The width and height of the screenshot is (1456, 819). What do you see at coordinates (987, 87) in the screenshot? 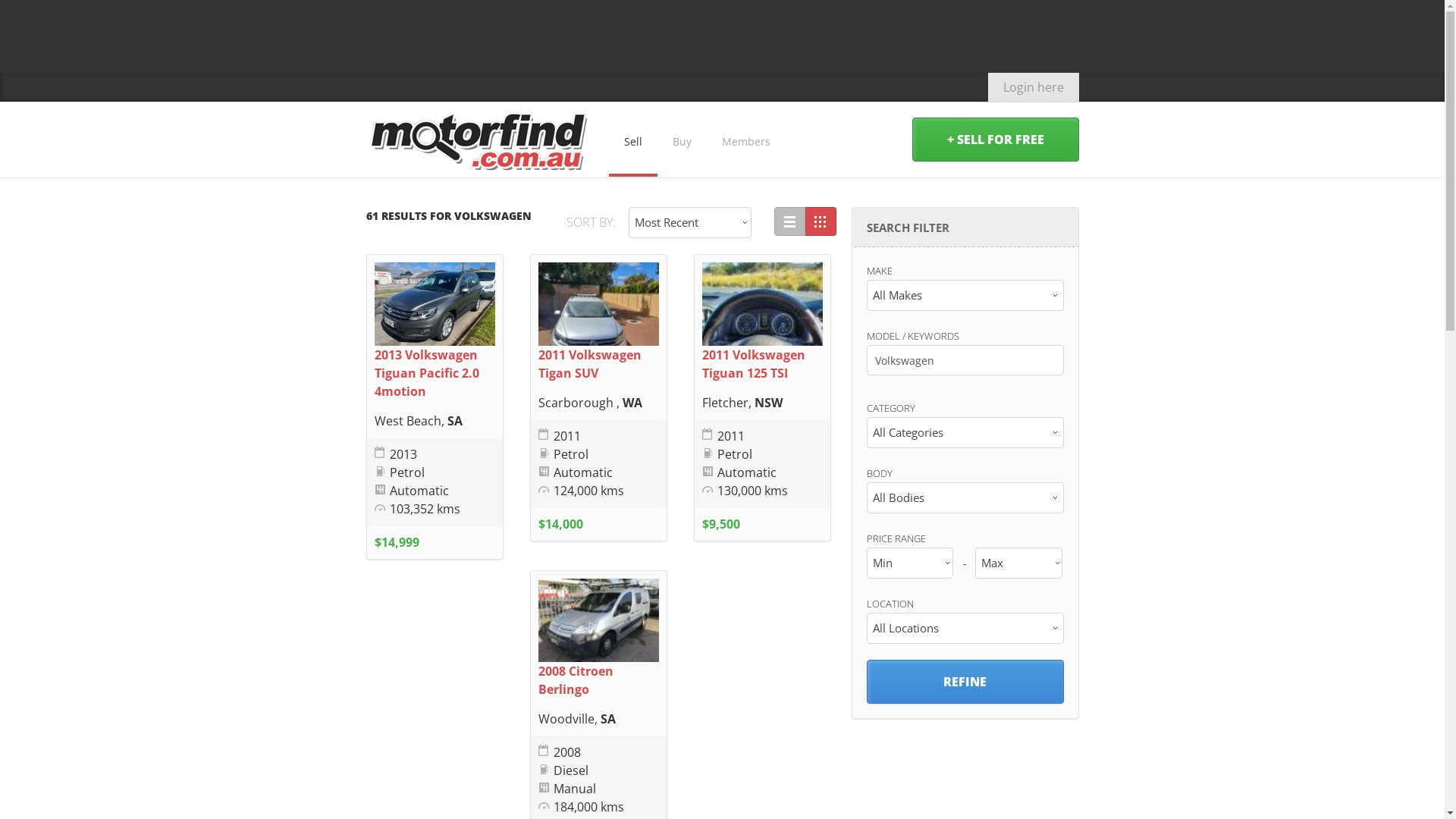
I see `'Login here'` at bounding box center [987, 87].